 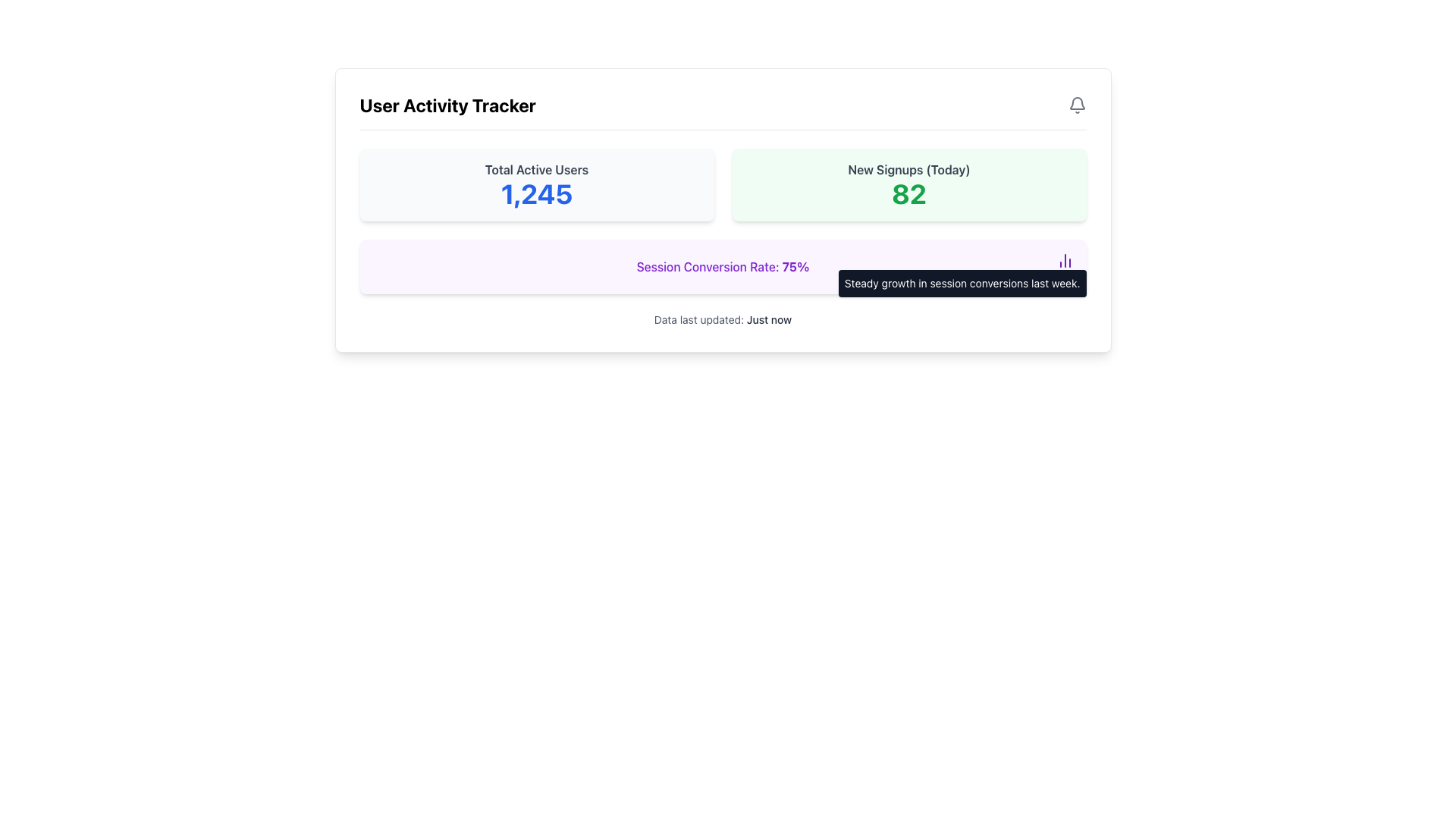 I want to click on the rectangular card displaying 'New Signups (Today)' with a numeric value of '82', located in the top-right corner of the grid layout, so click(x=909, y=184).